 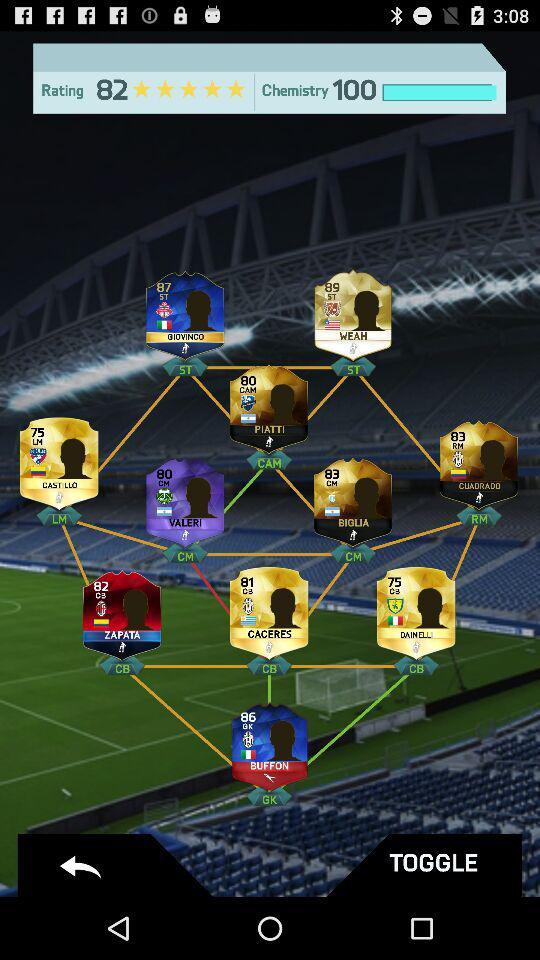 What do you see at coordinates (352, 496) in the screenshot?
I see `player` at bounding box center [352, 496].